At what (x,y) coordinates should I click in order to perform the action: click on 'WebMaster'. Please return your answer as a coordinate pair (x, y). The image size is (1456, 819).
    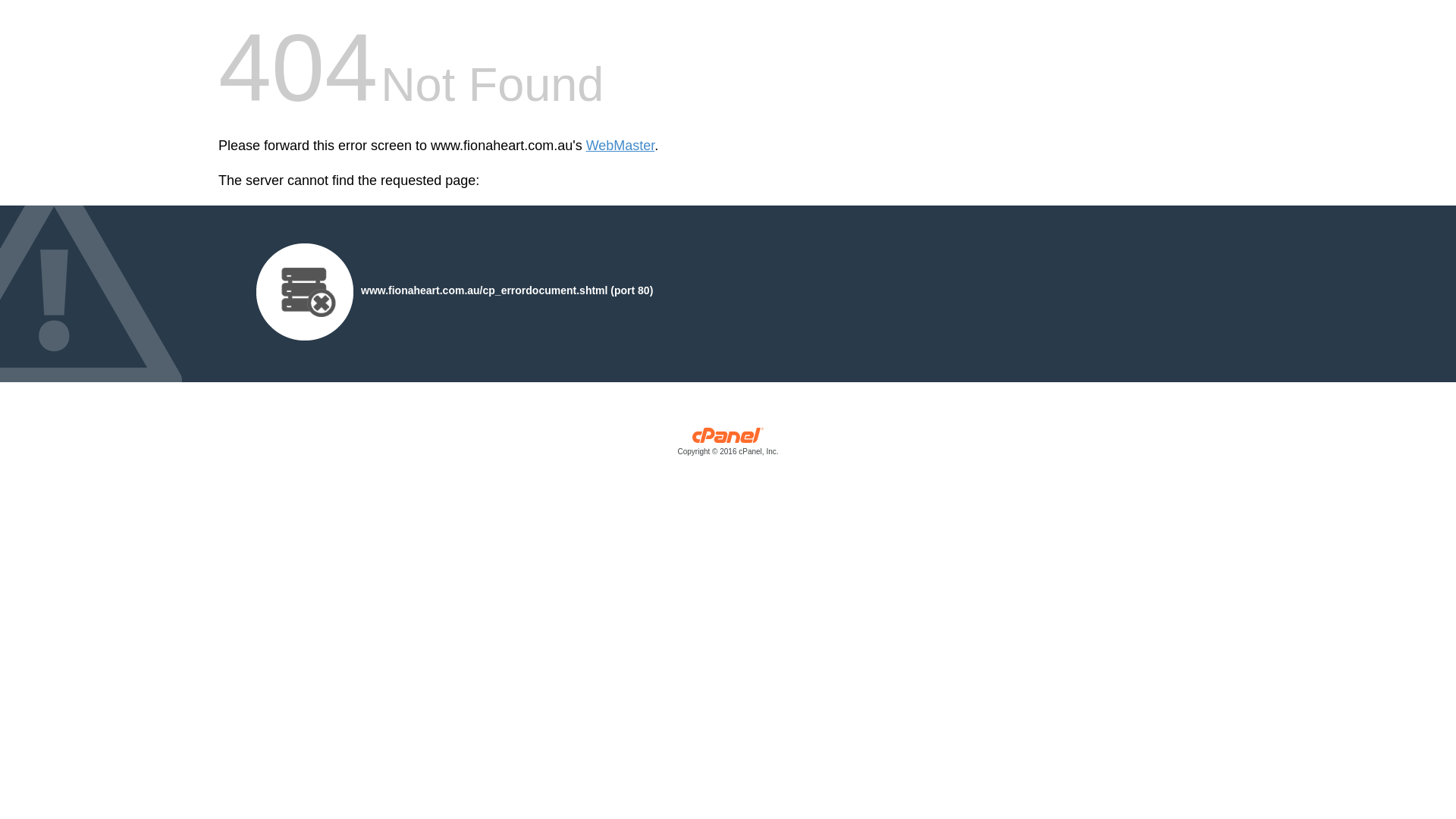
    Looking at the image, I should click on (620, 146).